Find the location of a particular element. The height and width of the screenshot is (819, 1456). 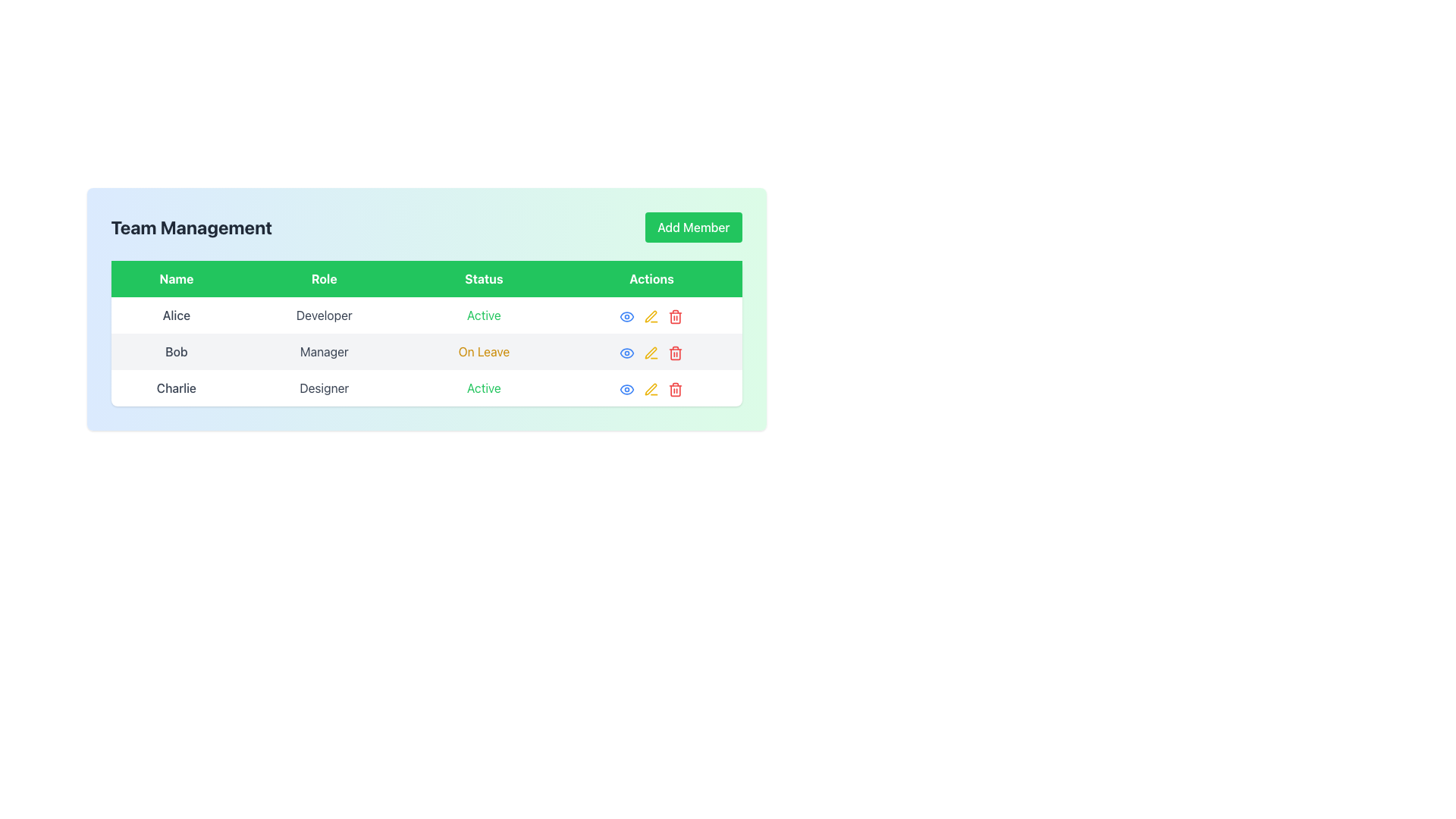

the Table Header Cell labeled 'Status' with a green background and white text, which is the third cell from the left in the header row of the table is located at coordinates (483, 278).